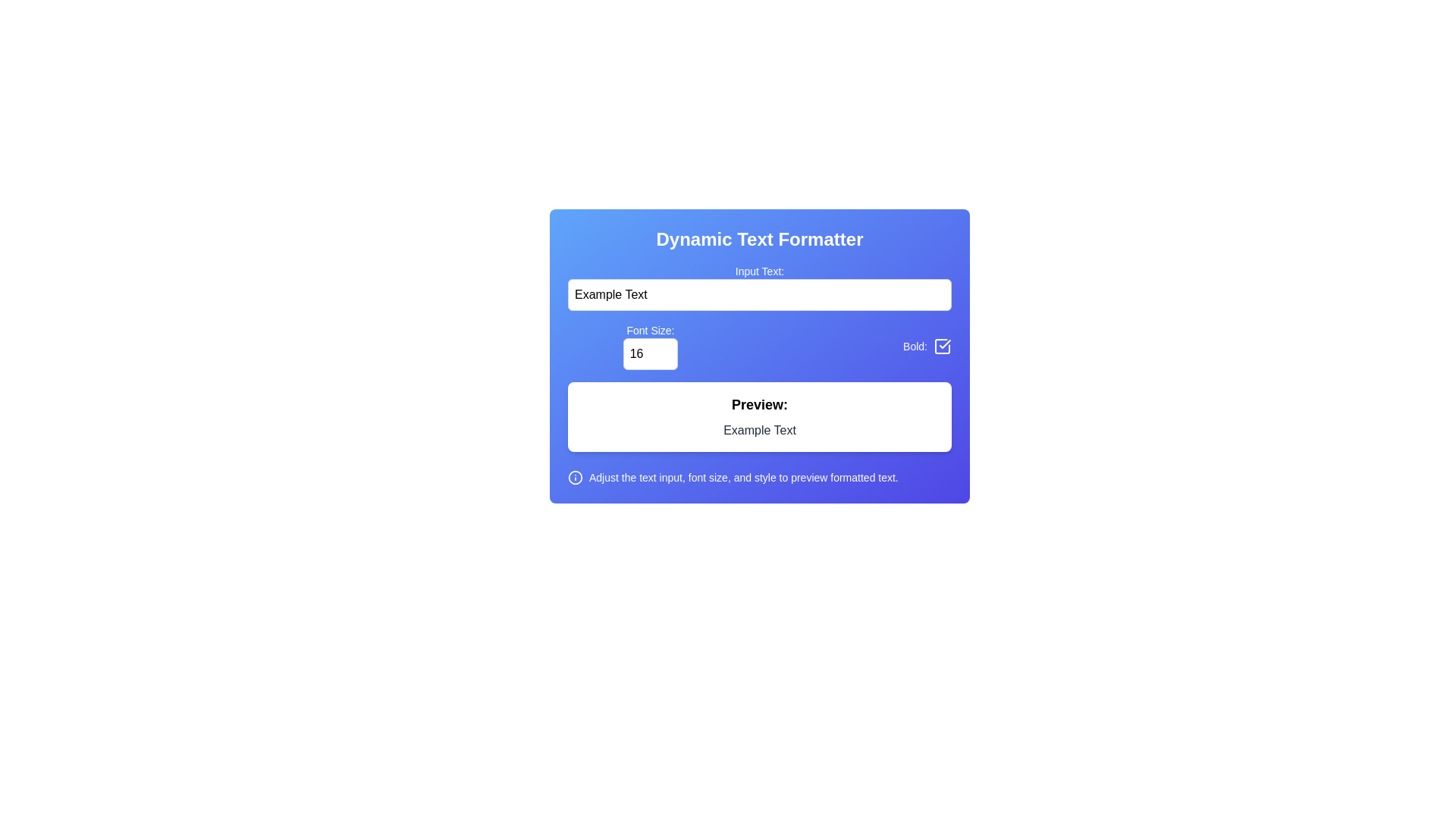 The height and width of the screenshot is (819, 1456). I want to click on the text label displaying 'Example Text', so click(760, 430).